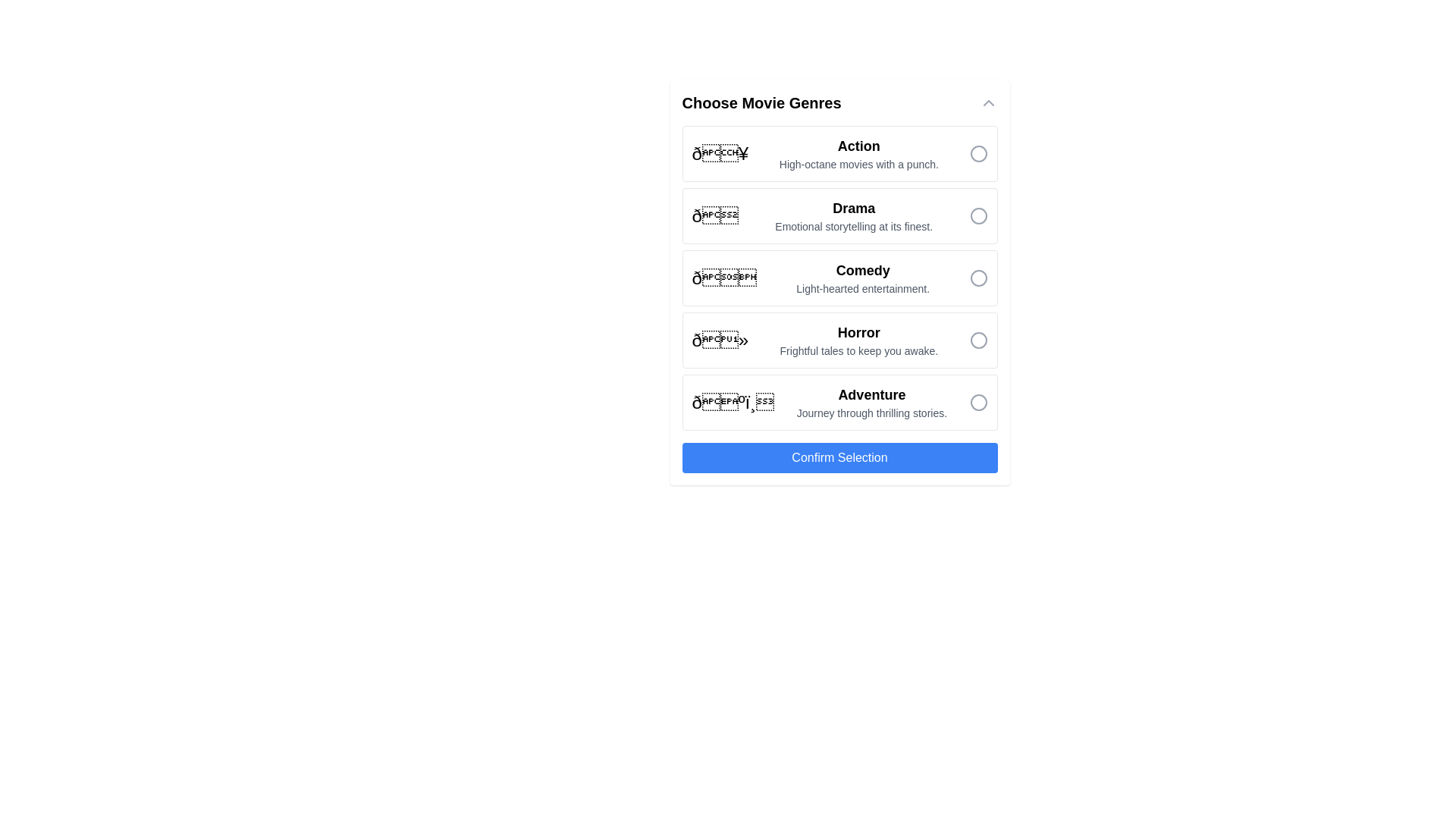  I want to click on the radio button, so click(978, 216).